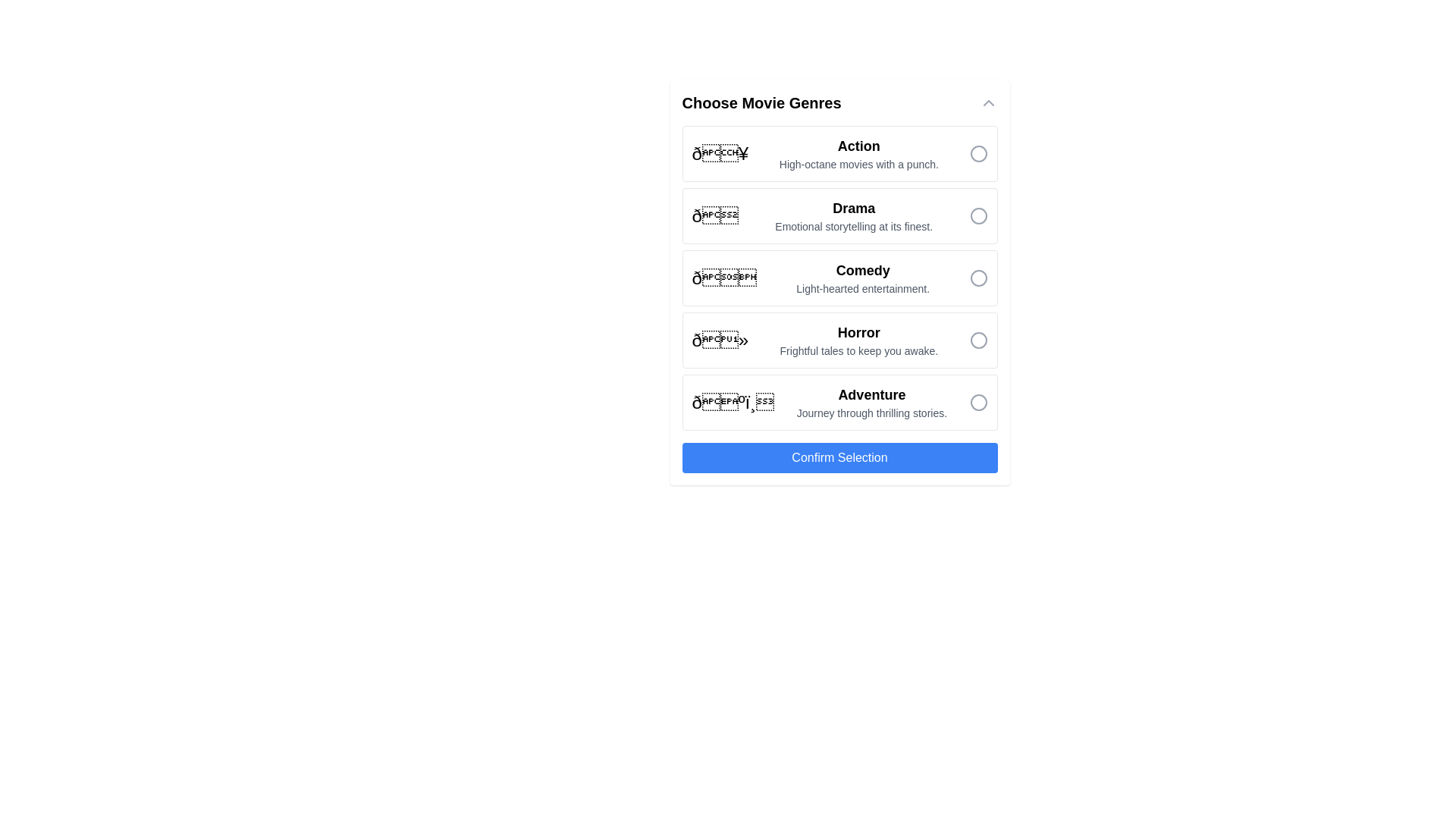  I want to click on the radio button, so click(978, 216).